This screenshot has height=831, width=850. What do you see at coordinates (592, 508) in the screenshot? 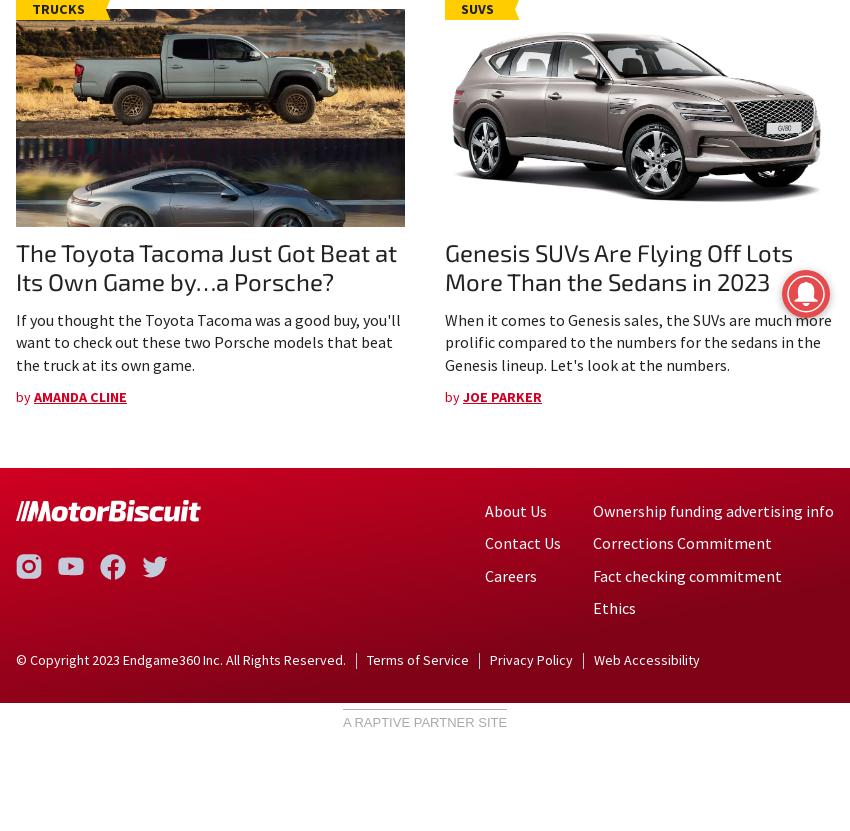
I see `'Ownership funding advertising info'` at bounding box center [592, 508].